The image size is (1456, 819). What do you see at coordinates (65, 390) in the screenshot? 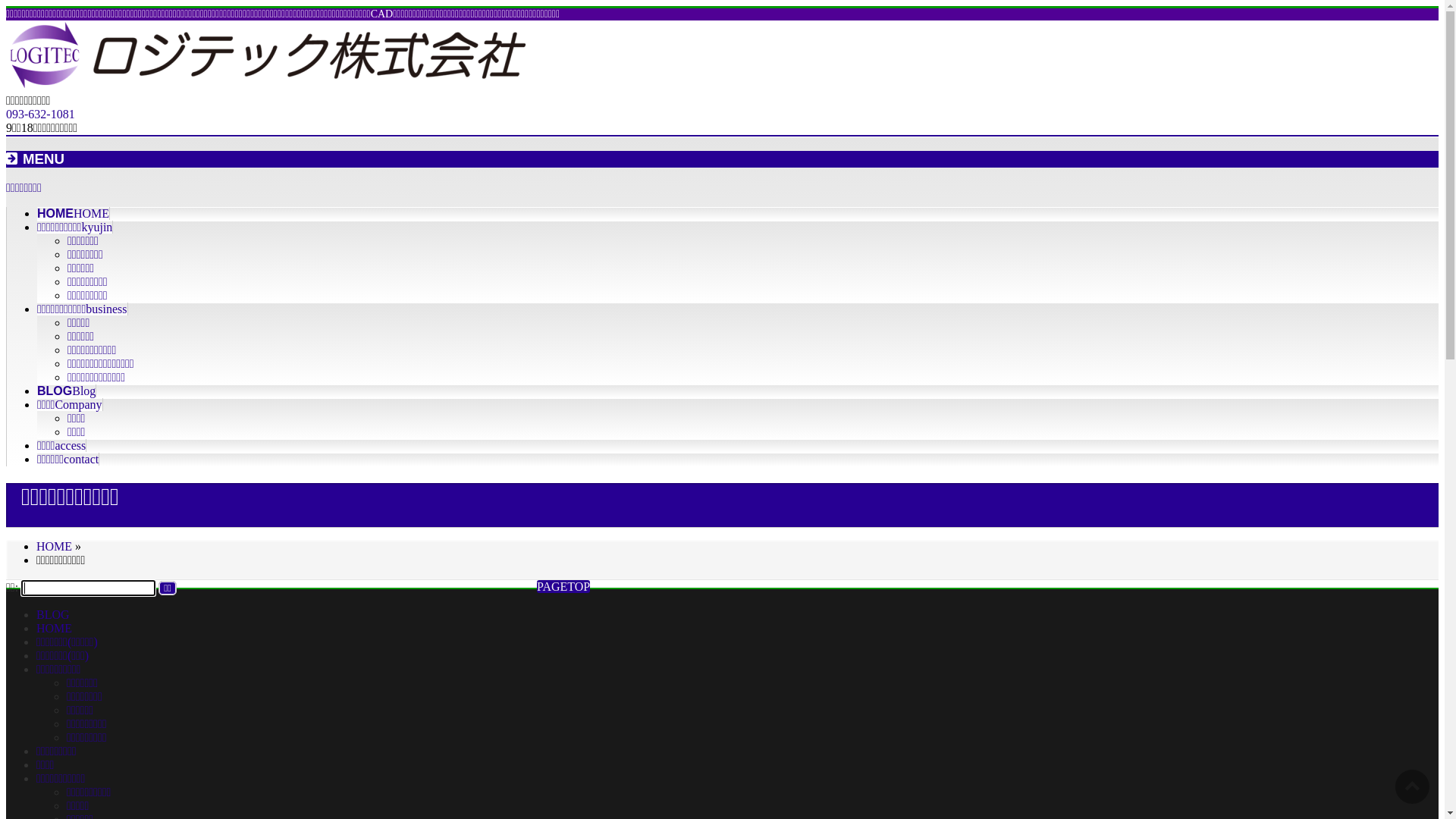
I see `'BLOGBlog'` at bounding box center [65, 390].